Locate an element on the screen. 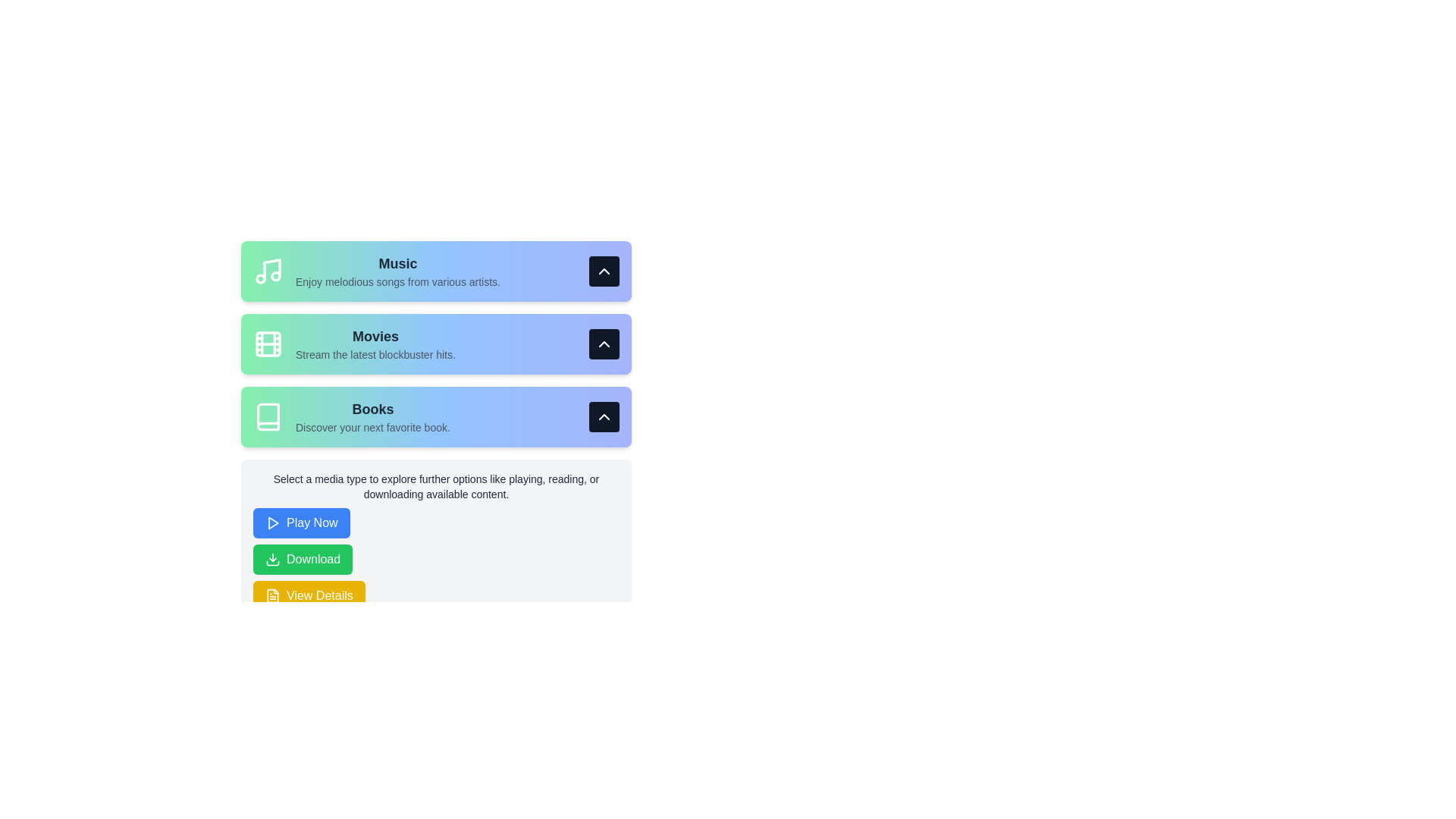 Image resolution: width=1456 pixels, height=819 pixels. the Decorative SVG rectangle within the filmstrip icon, which is located centrally adjacent to the 'Movies' text label among the buttons labeled 'Music,' 'Movies,' and 'Books.' is located at coordinates (268, 344).